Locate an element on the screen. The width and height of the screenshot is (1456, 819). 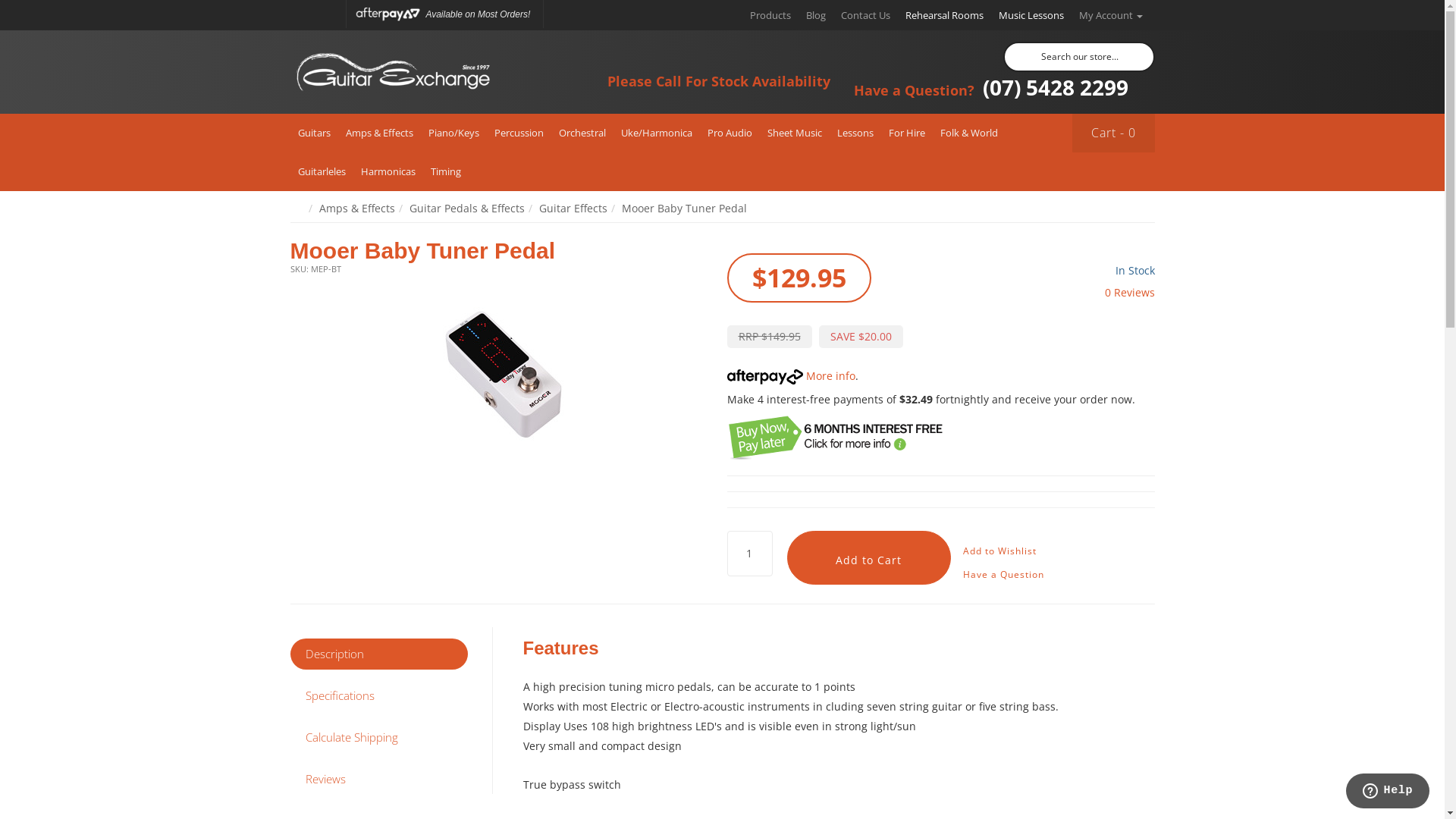
'Guitar Effects' is located at coordinates (571, 208).